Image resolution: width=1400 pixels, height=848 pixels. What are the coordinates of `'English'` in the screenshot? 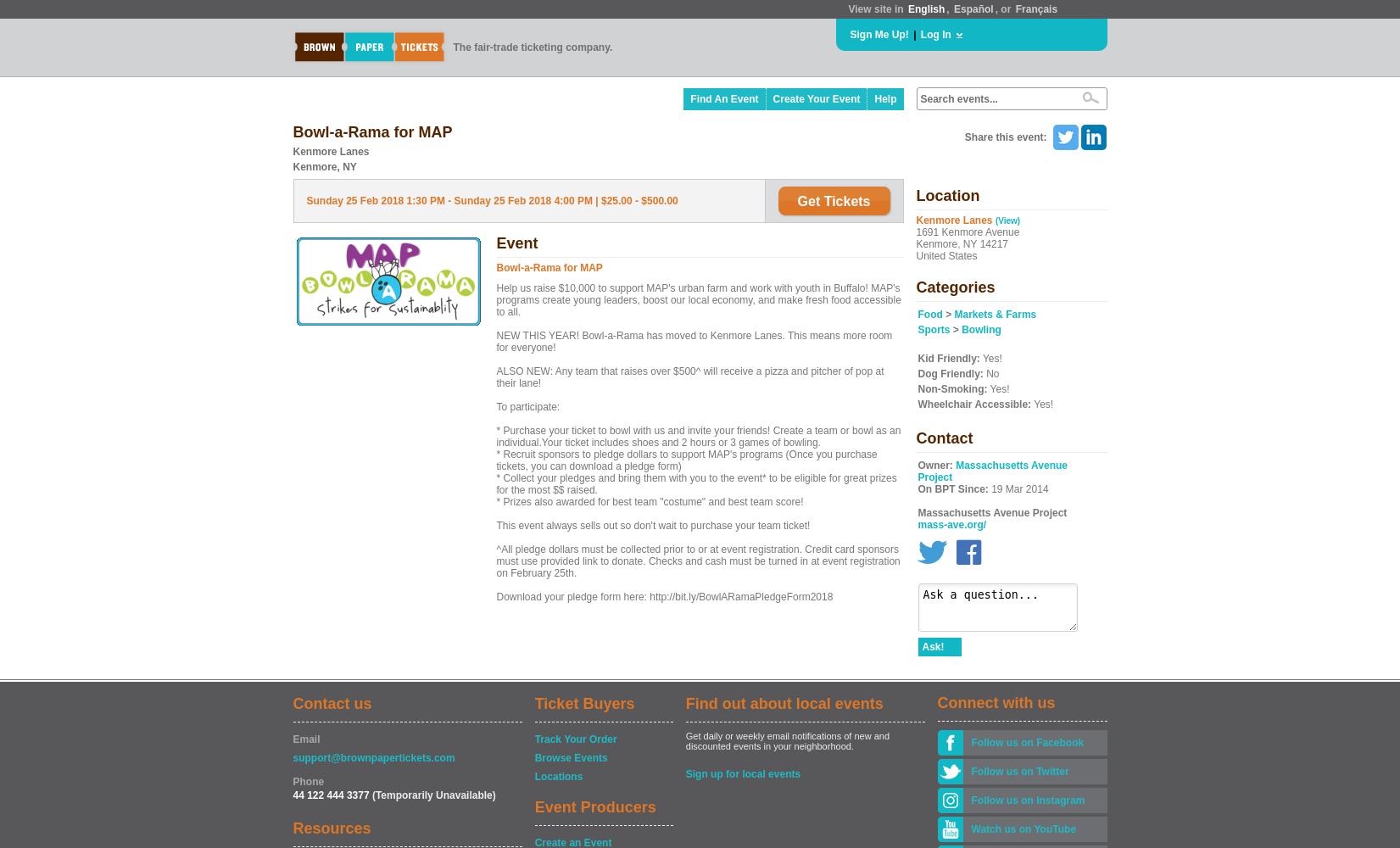 It's located at (924, 9).